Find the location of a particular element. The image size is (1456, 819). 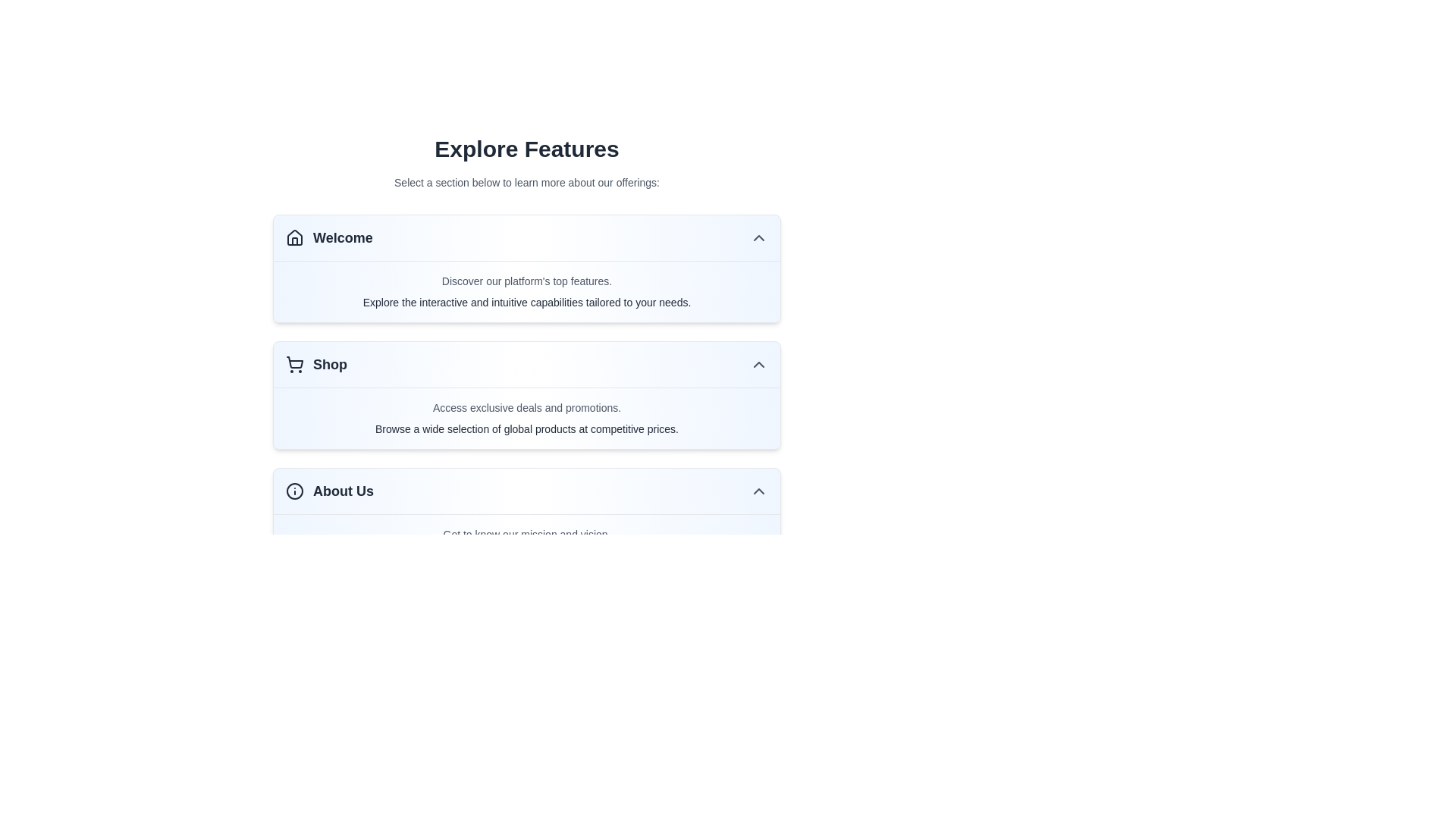

text element that displays 'Explore the interactive and intuitive capabilities tailored to your needs.' located in the 'Welcome' section, positioned below the first text snippet is located at coordinates (527, 302).